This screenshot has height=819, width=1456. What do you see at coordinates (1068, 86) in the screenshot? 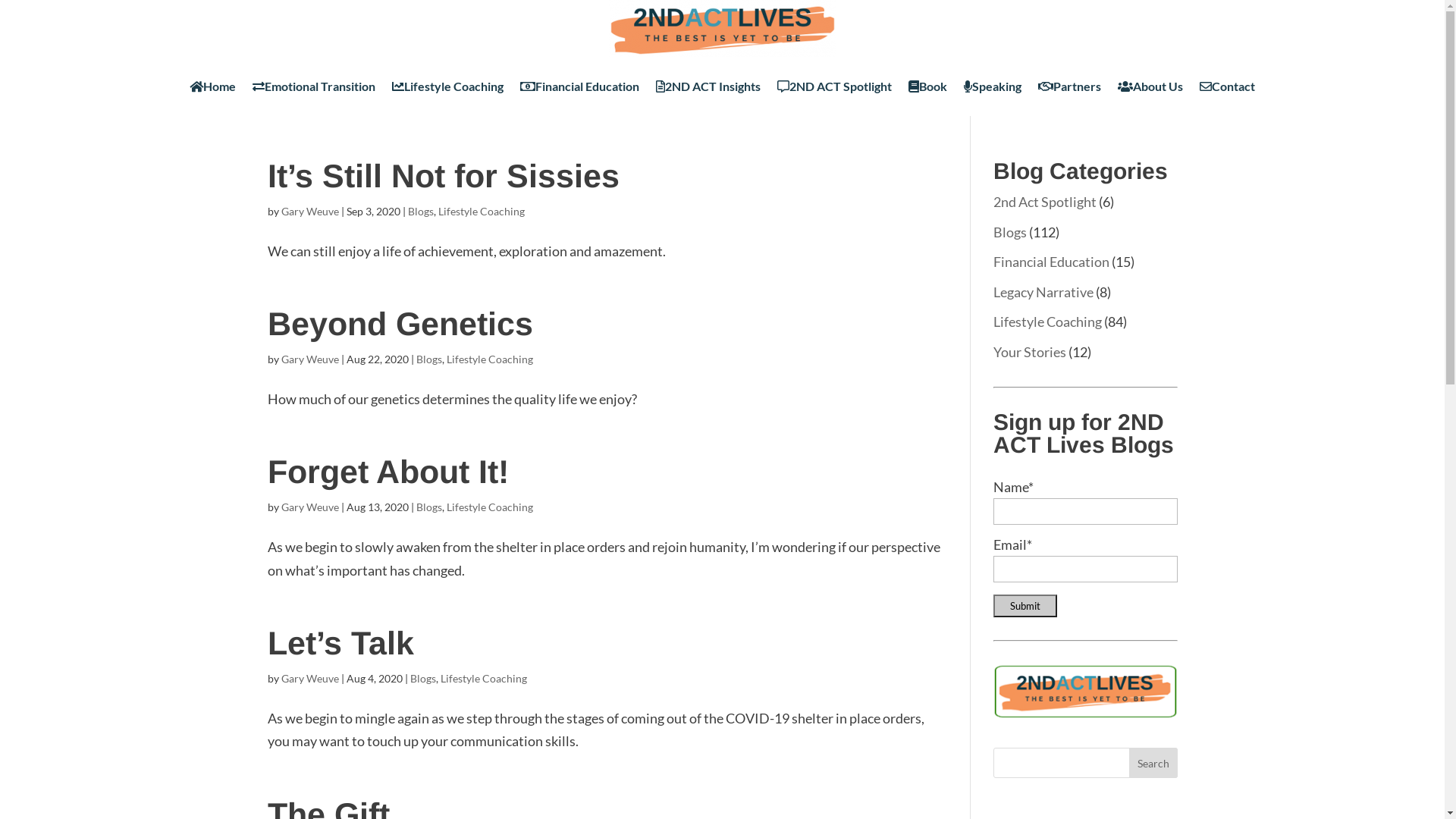
I see `'Partners'` at bounding box center [1068, 86].